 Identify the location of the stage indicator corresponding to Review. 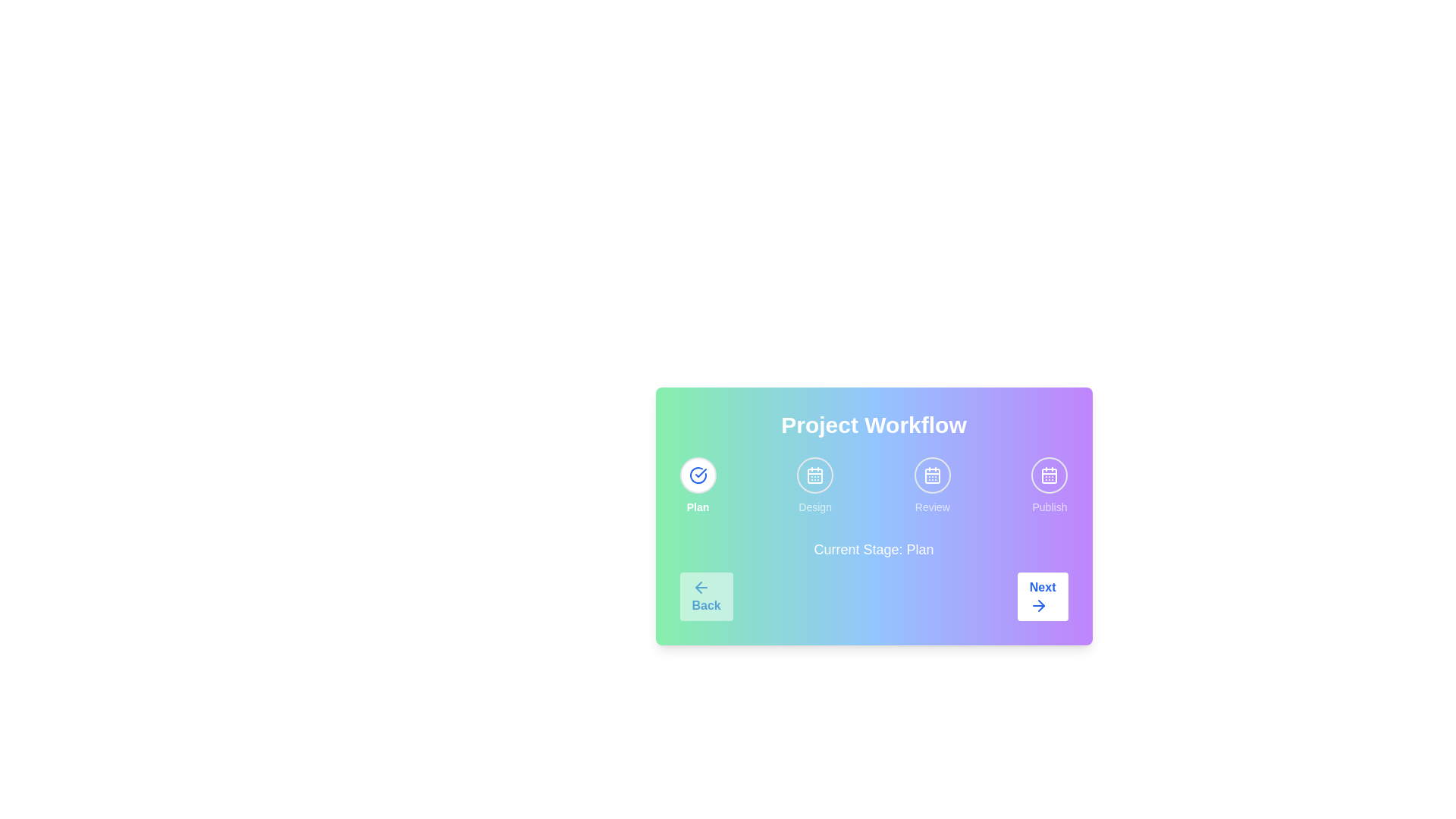
(931, 475).